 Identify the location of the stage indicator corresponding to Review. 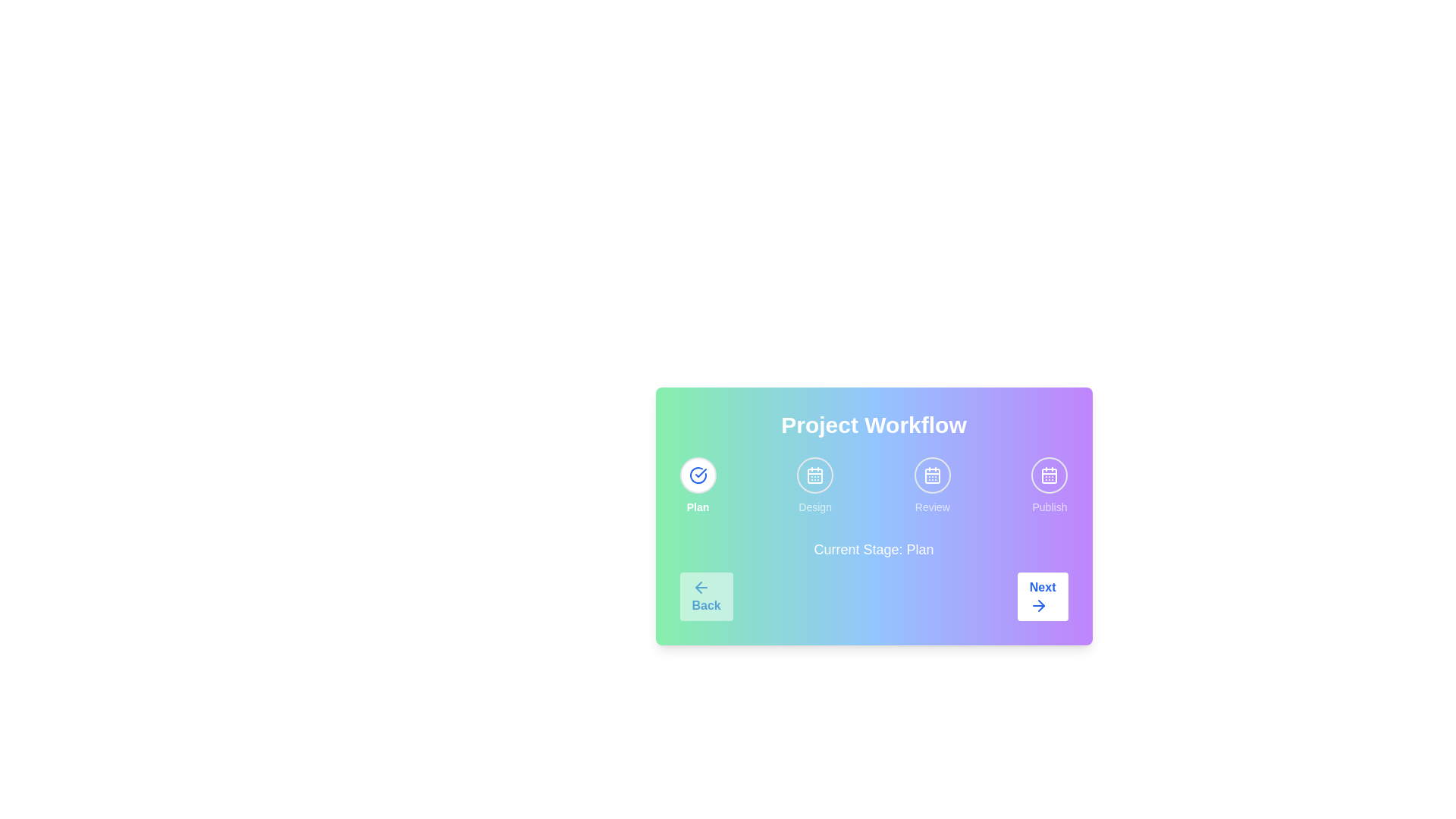
(931, 475).